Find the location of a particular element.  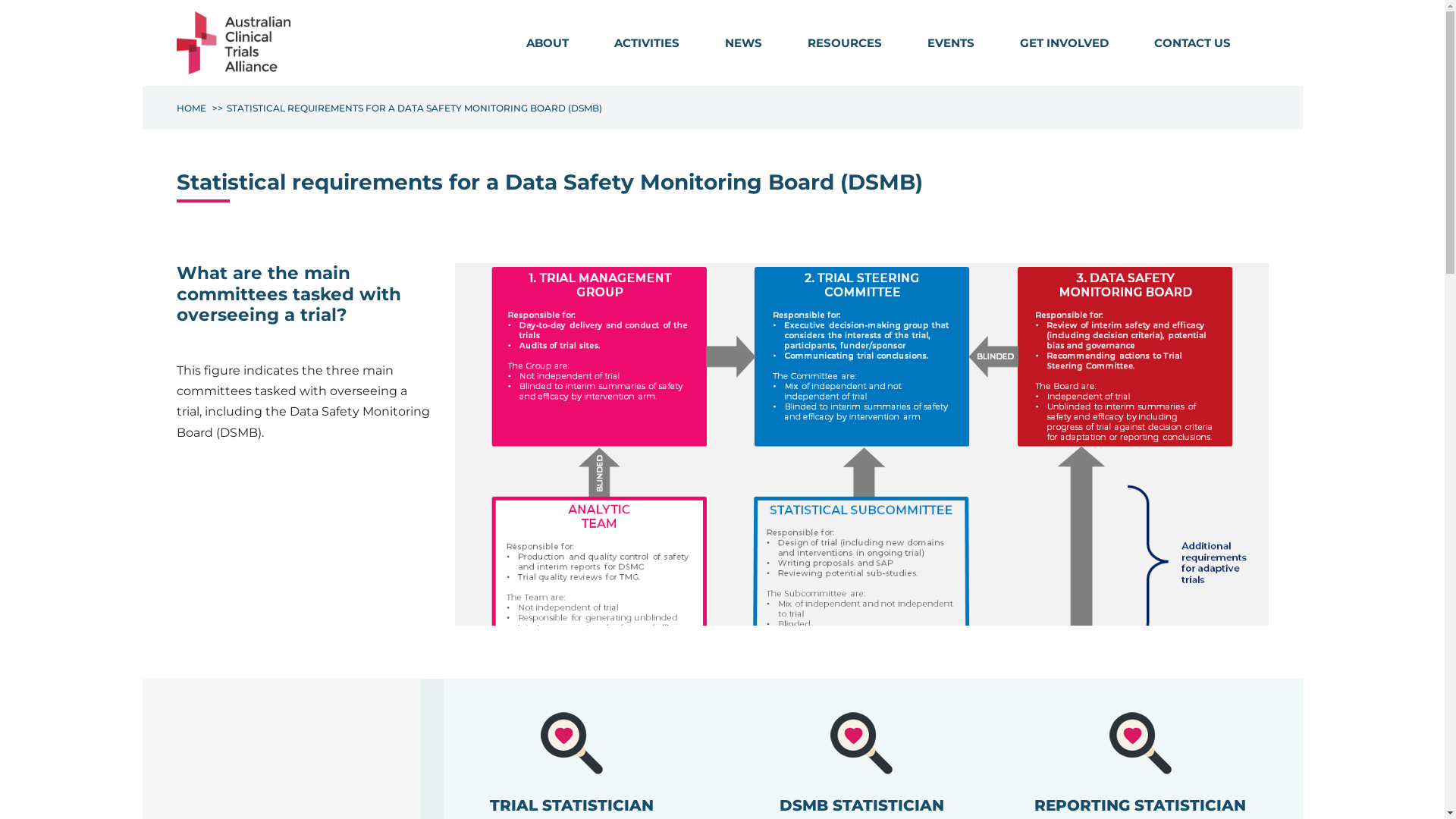

'Search form' is located at coordinates (1260, 45).